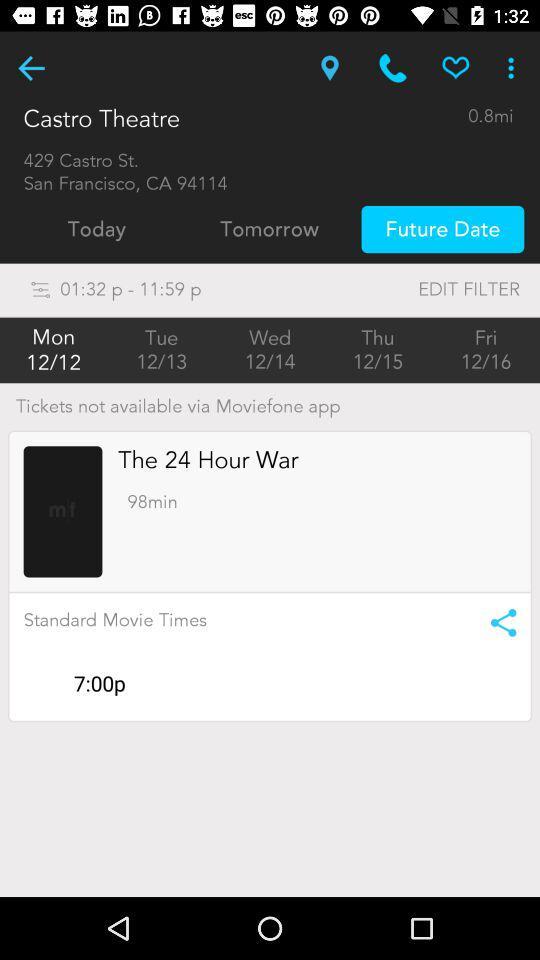 The width and height of the screenshot is (540, 960). I want to click on edit filter, so click(427, 288).